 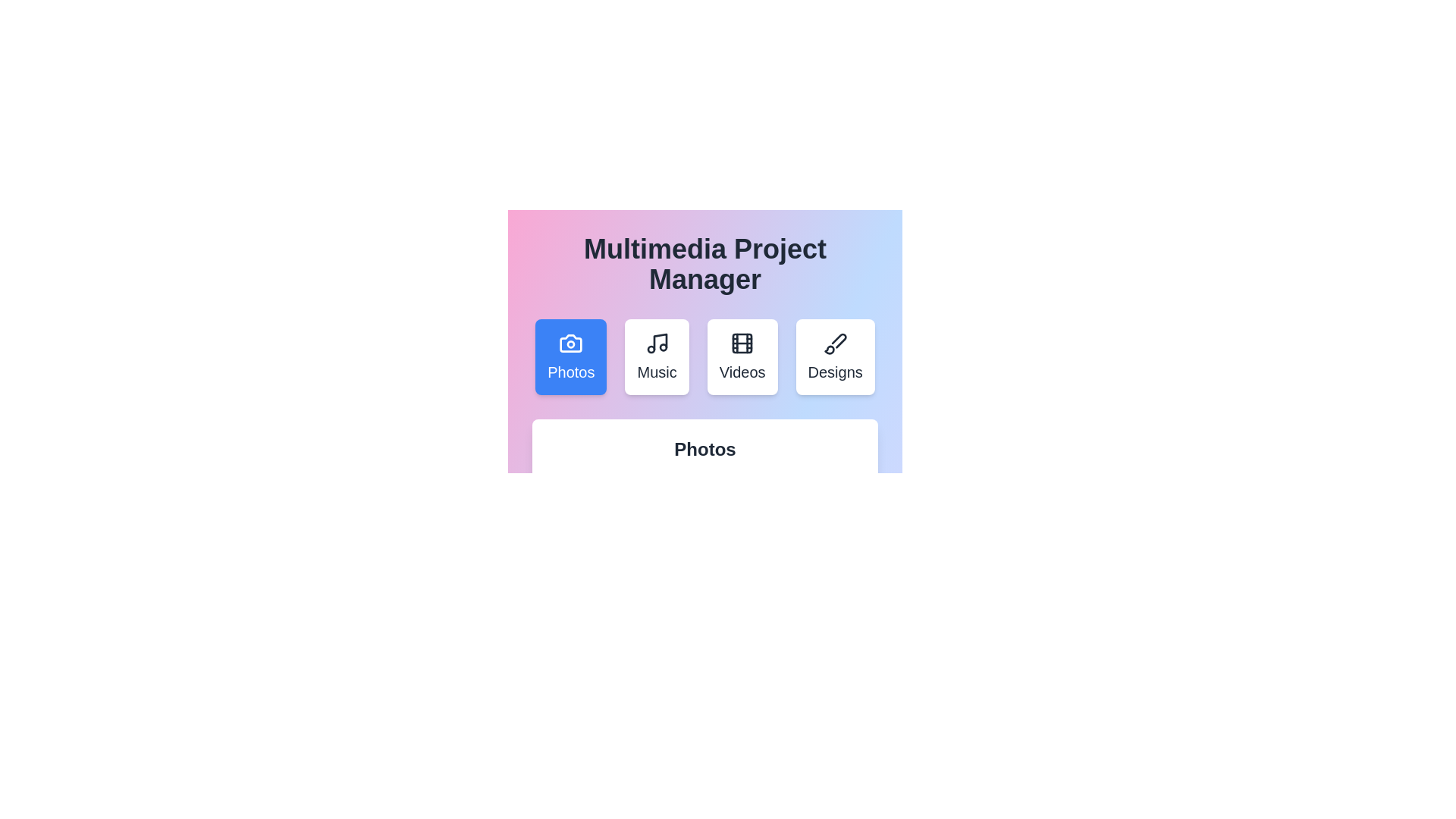 I want to click on the 'Photos' tab to ensure its content is displayed, so click(x=570, y=356).